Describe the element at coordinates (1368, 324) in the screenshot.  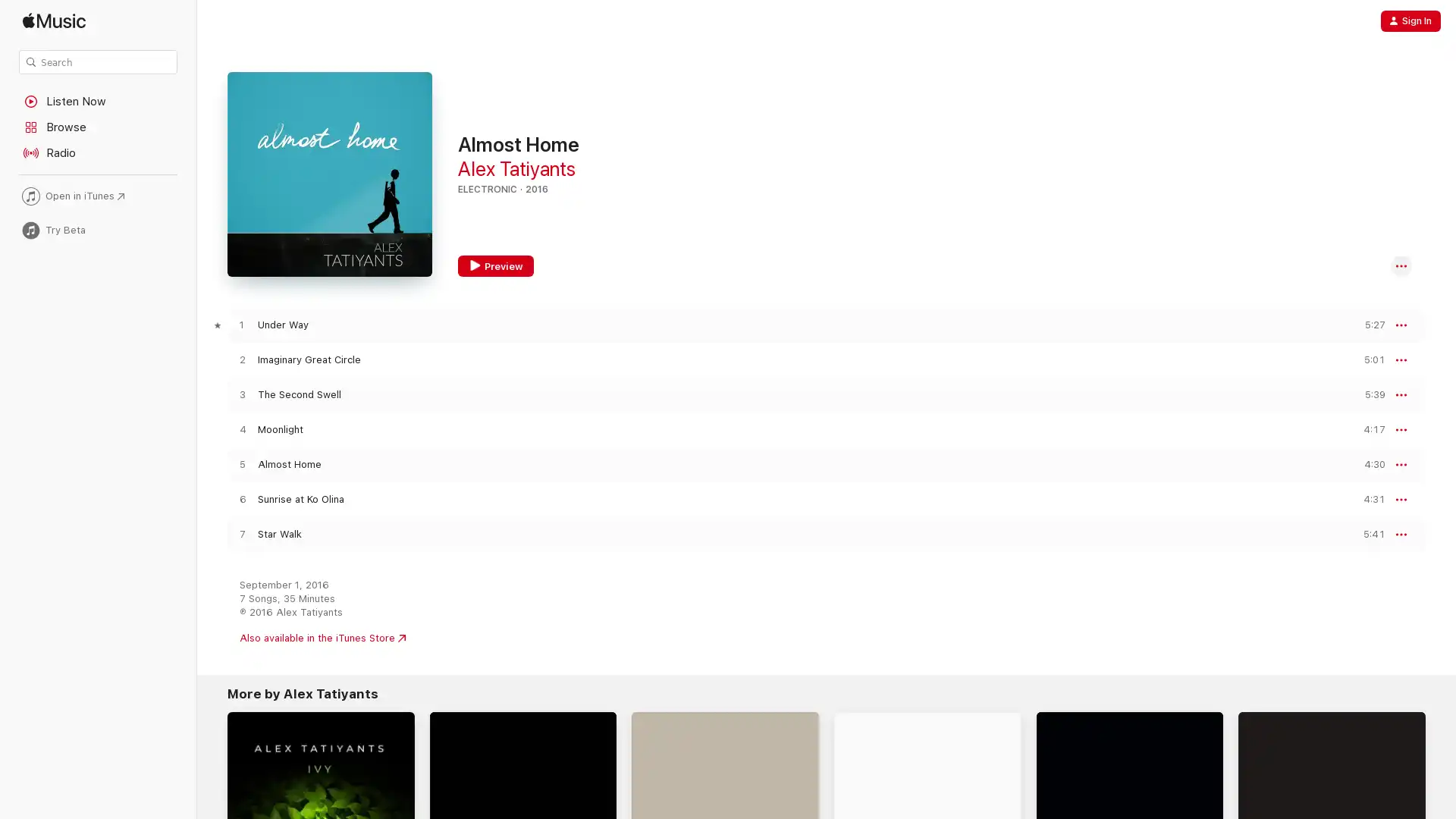
I see `Preview` at that location.